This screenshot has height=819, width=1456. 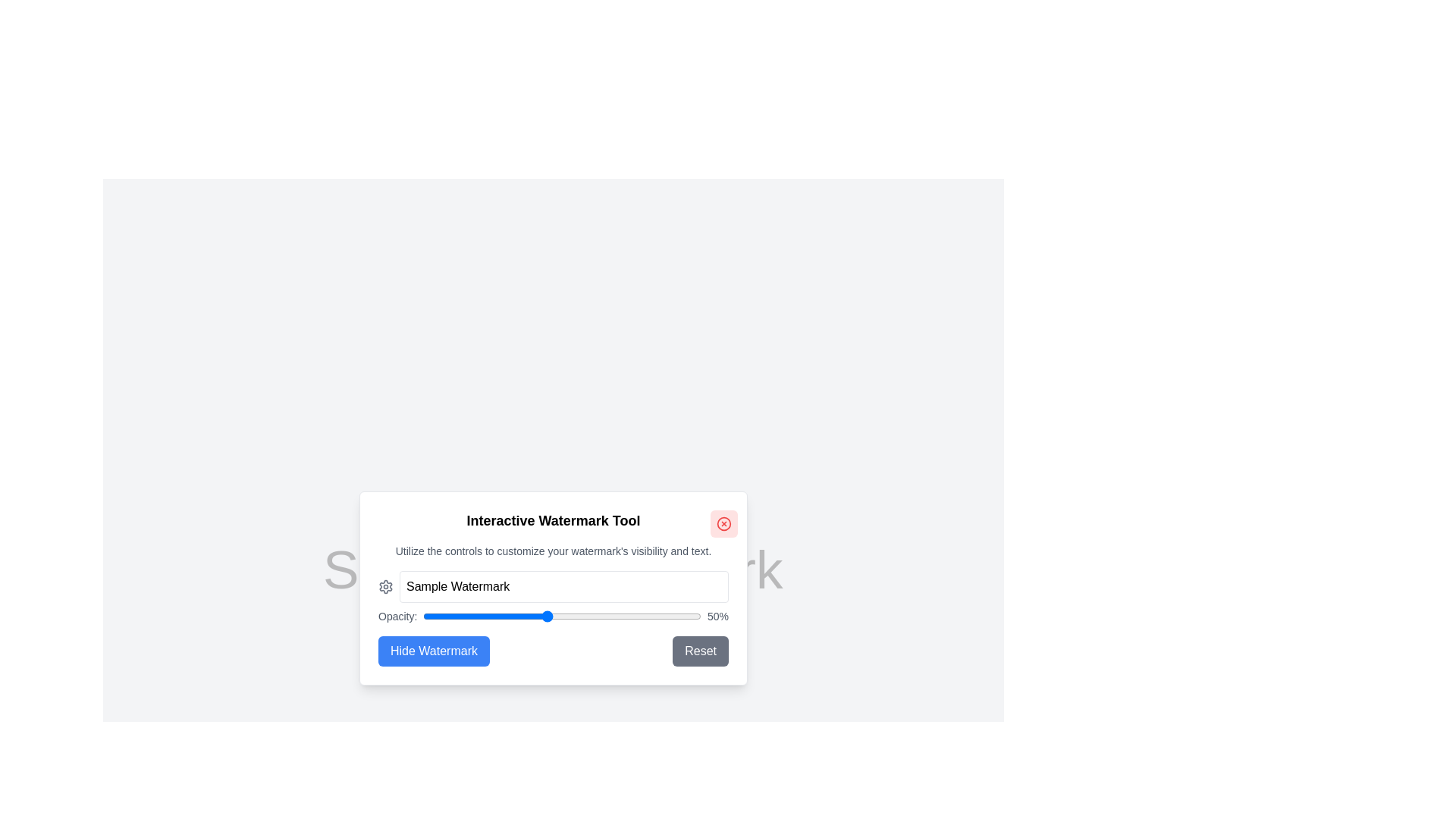 I want to click on the opacity, so click(x=466, y=617).